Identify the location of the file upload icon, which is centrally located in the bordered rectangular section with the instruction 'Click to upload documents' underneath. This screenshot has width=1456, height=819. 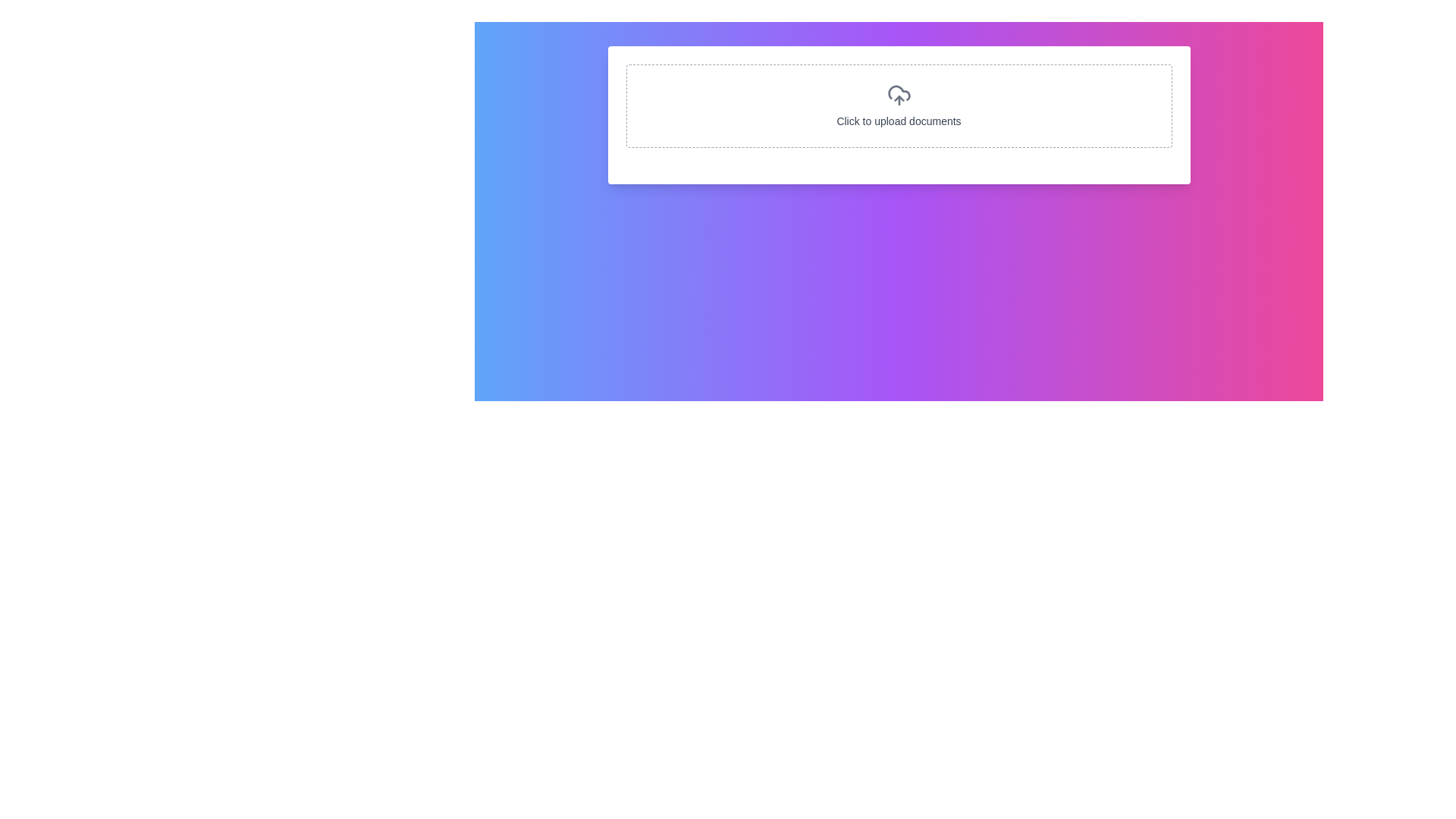
(899, 96).